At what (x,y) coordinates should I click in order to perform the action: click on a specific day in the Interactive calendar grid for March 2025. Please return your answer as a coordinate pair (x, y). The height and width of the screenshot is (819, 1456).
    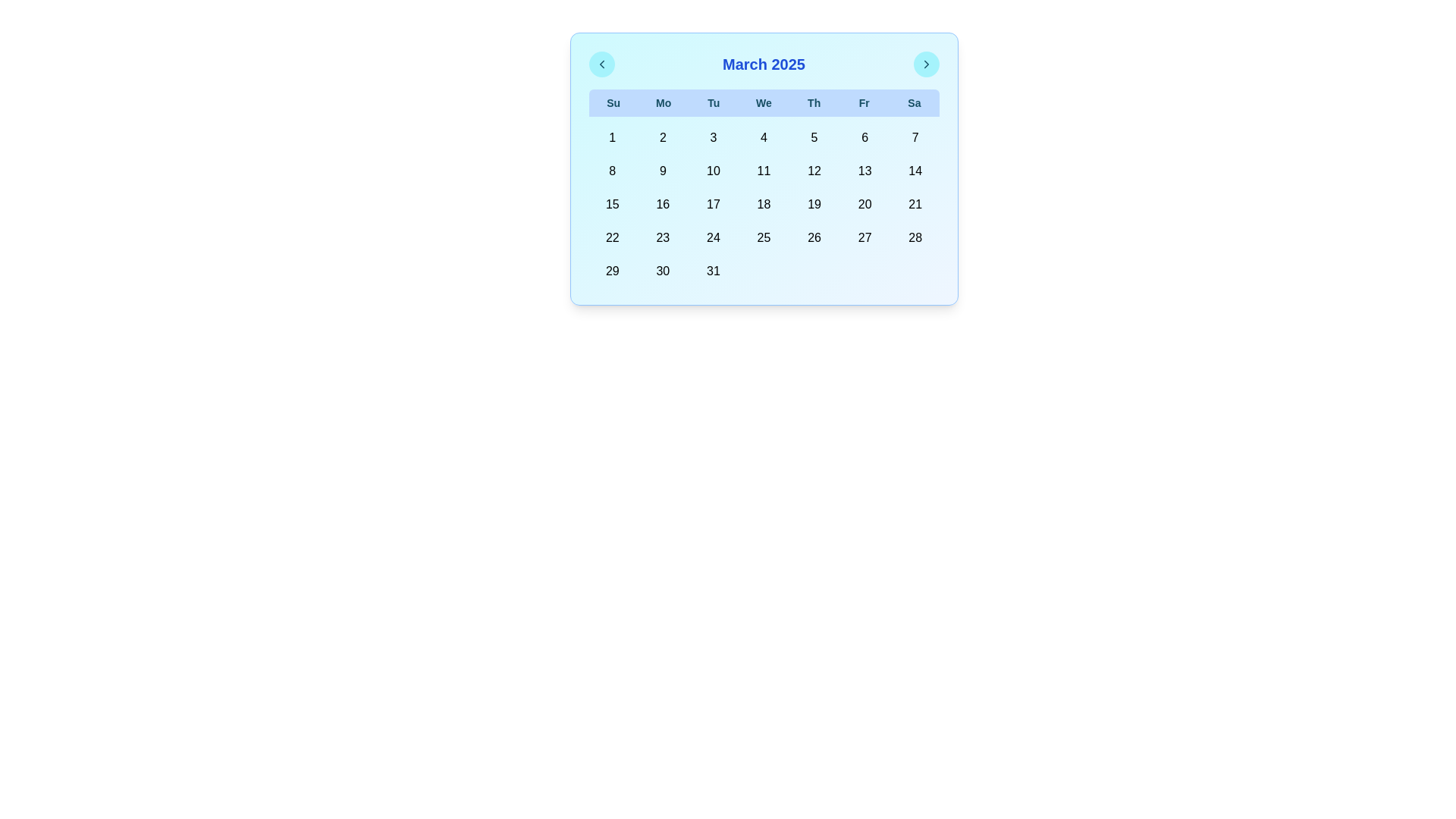
    Looking at the image, I should click on (764, 205).